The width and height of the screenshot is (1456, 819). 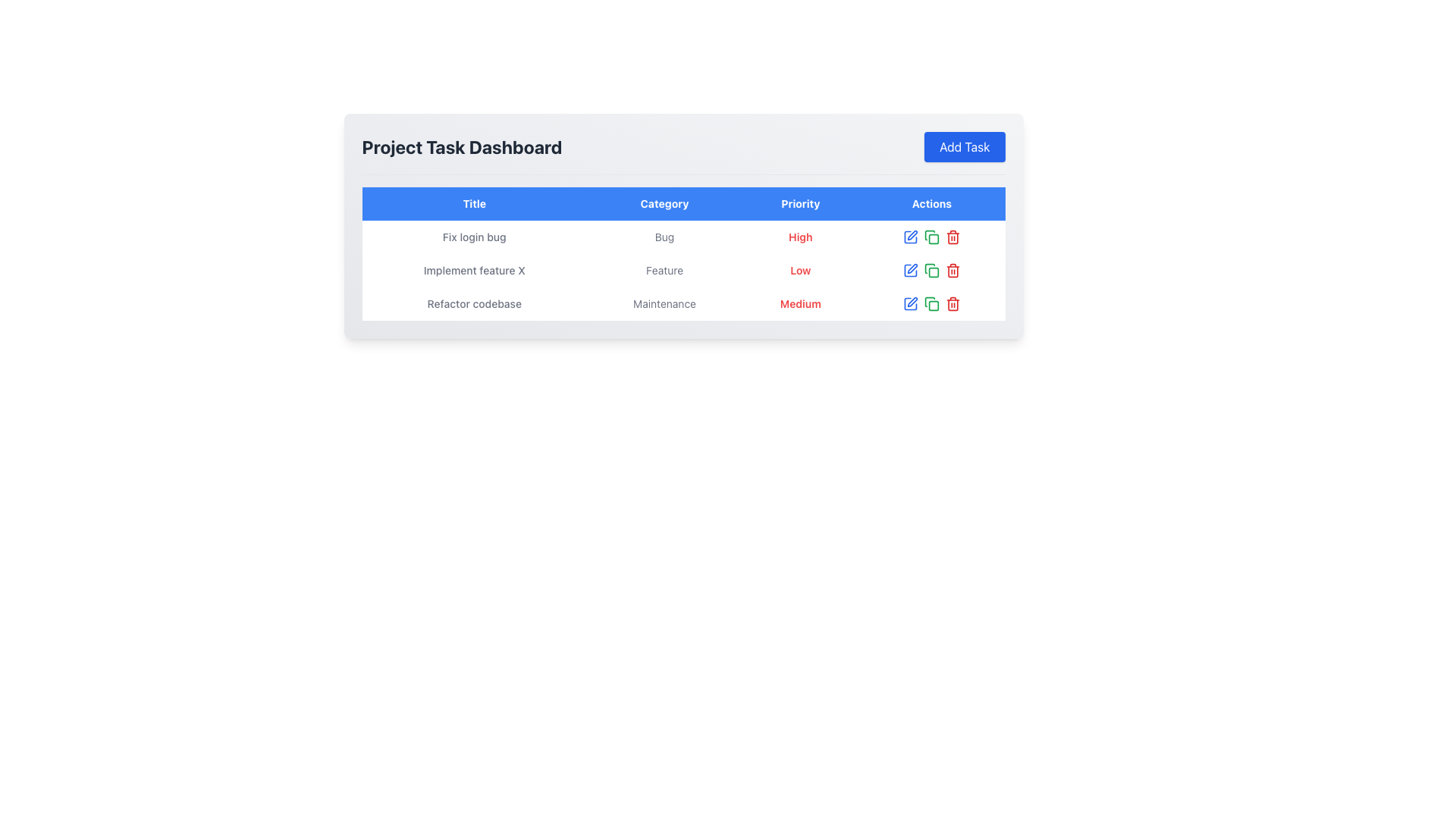 What do you see at coordinates (664, 203) in the screenshot?
I see `the 'Category' label, which is displayed in bold white text on a solid blue background, centrally positioned among the headers in the table` at bounding box center [664, 203].